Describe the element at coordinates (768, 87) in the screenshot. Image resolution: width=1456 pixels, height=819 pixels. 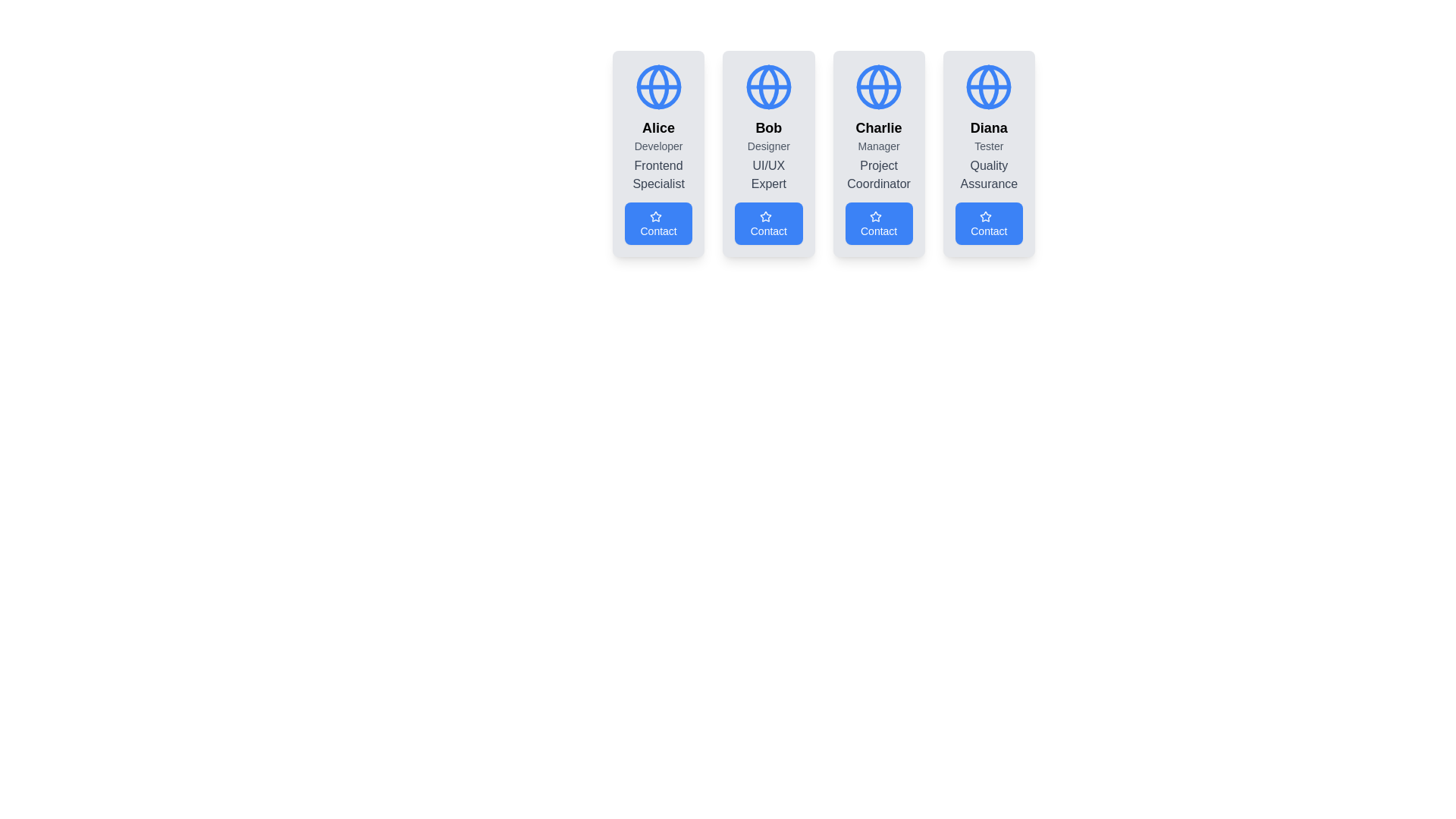
I see `the blue circular globe icon located at the top of Bob's profile card, which is centered in the second column above his name` at that location.